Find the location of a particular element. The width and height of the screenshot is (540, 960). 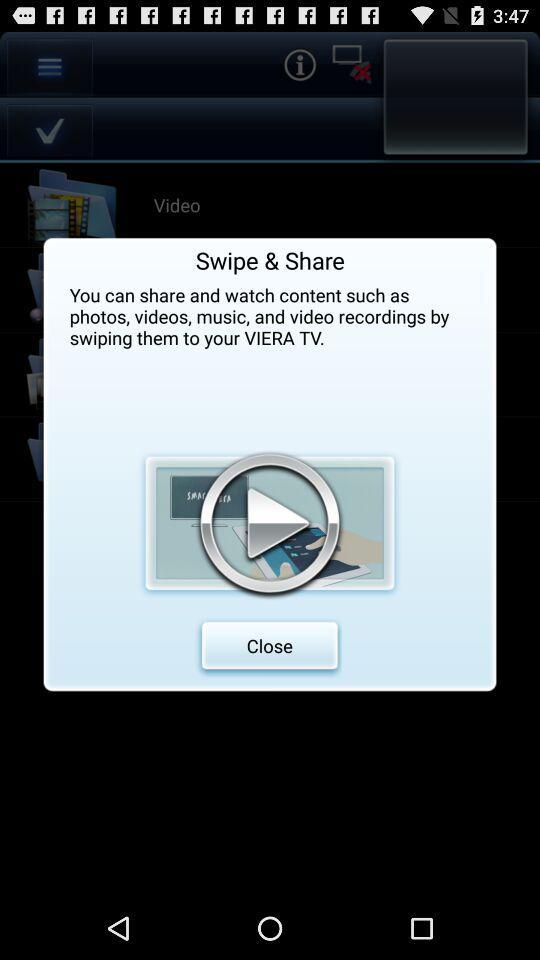

the option icon which is at the left side corner is located at coordinates (50, 67).